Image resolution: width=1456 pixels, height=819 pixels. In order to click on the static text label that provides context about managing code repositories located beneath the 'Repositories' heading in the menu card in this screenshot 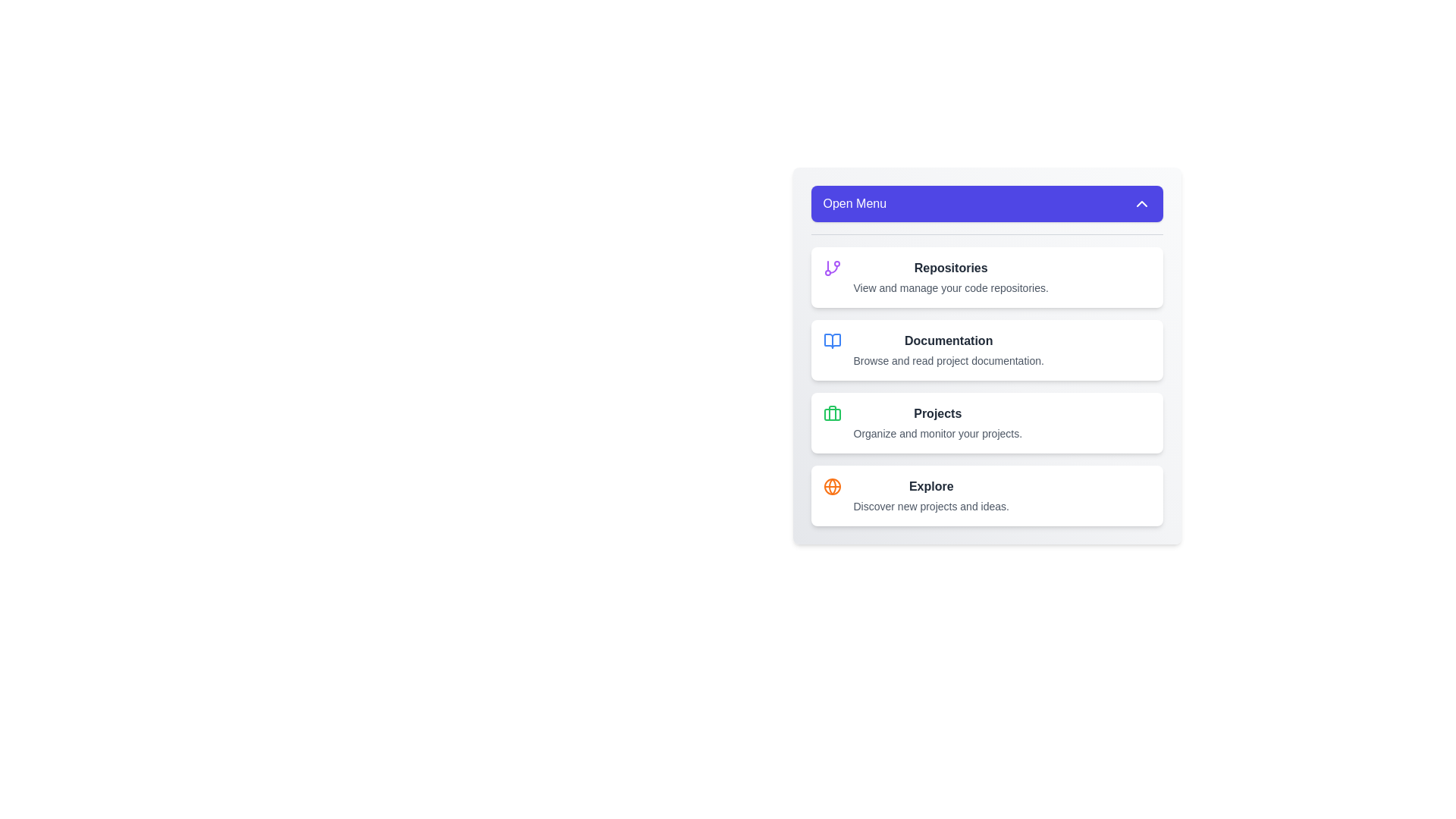, I will do `click(950, 288)`.